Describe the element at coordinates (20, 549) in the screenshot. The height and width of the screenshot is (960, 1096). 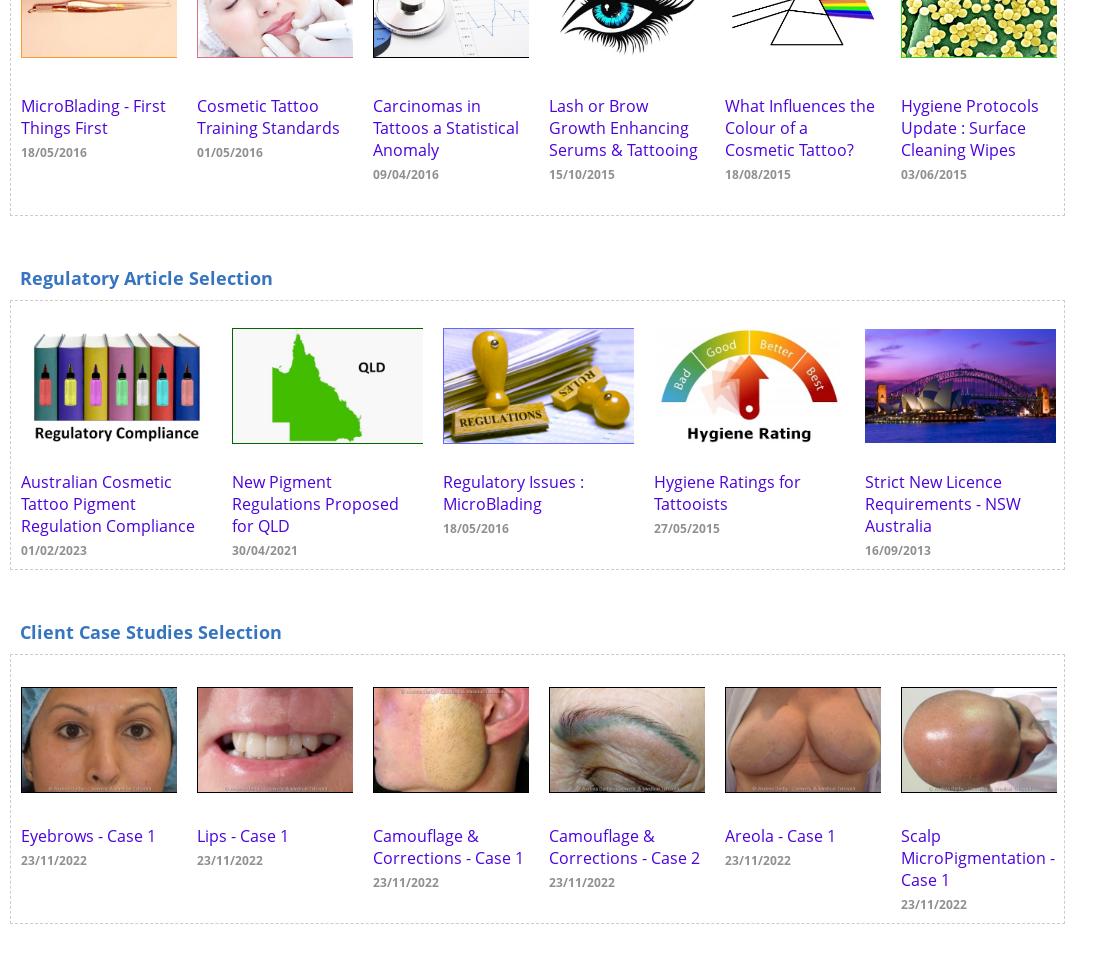
I see `'01/02/2023'` at that location.